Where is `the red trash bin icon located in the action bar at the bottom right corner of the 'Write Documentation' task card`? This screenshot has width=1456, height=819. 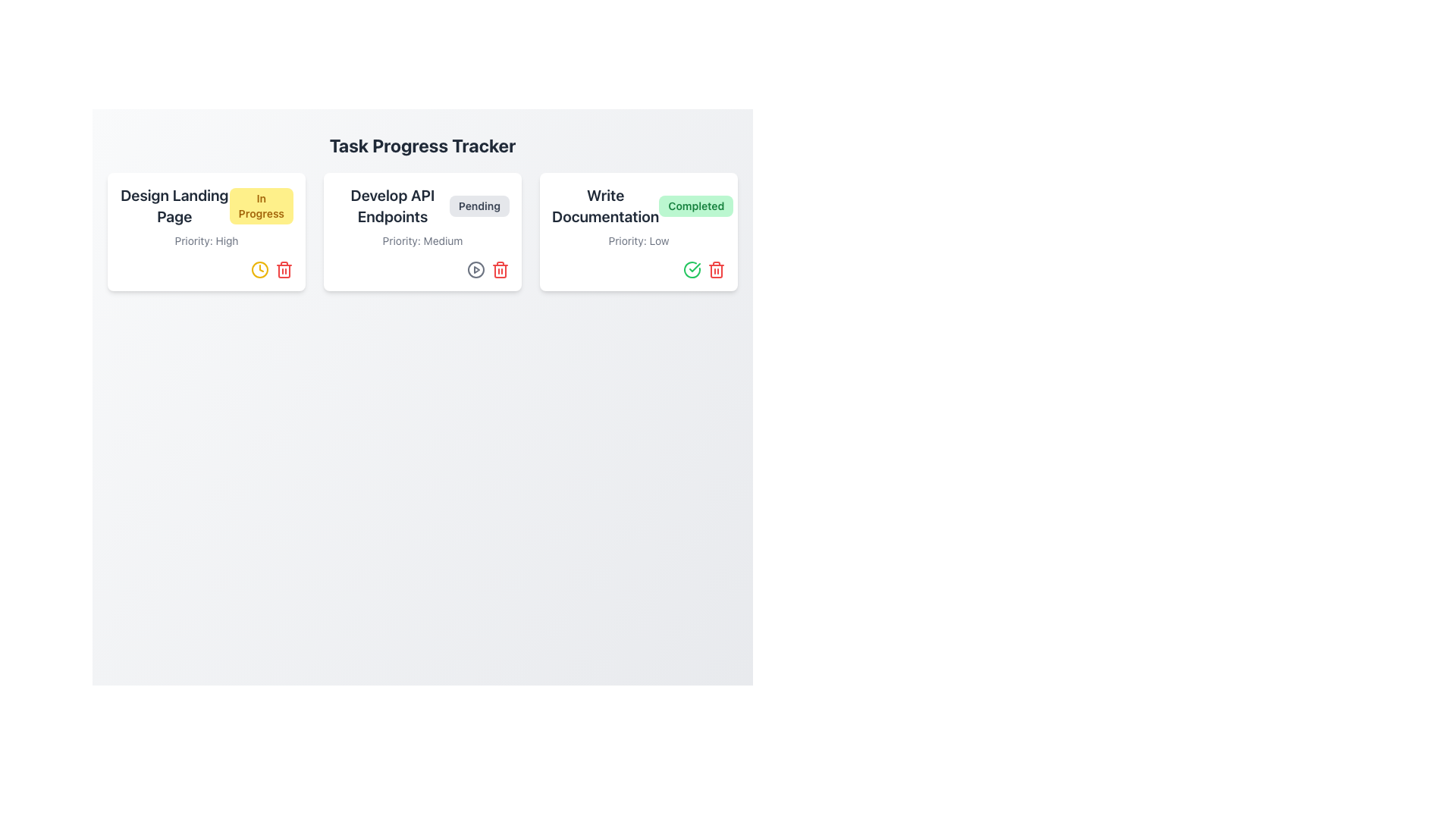
the red trash bin icon located in the action bar at the bottom right corner of the 'Write Documentation' task card is located at coordinates (639, 268).